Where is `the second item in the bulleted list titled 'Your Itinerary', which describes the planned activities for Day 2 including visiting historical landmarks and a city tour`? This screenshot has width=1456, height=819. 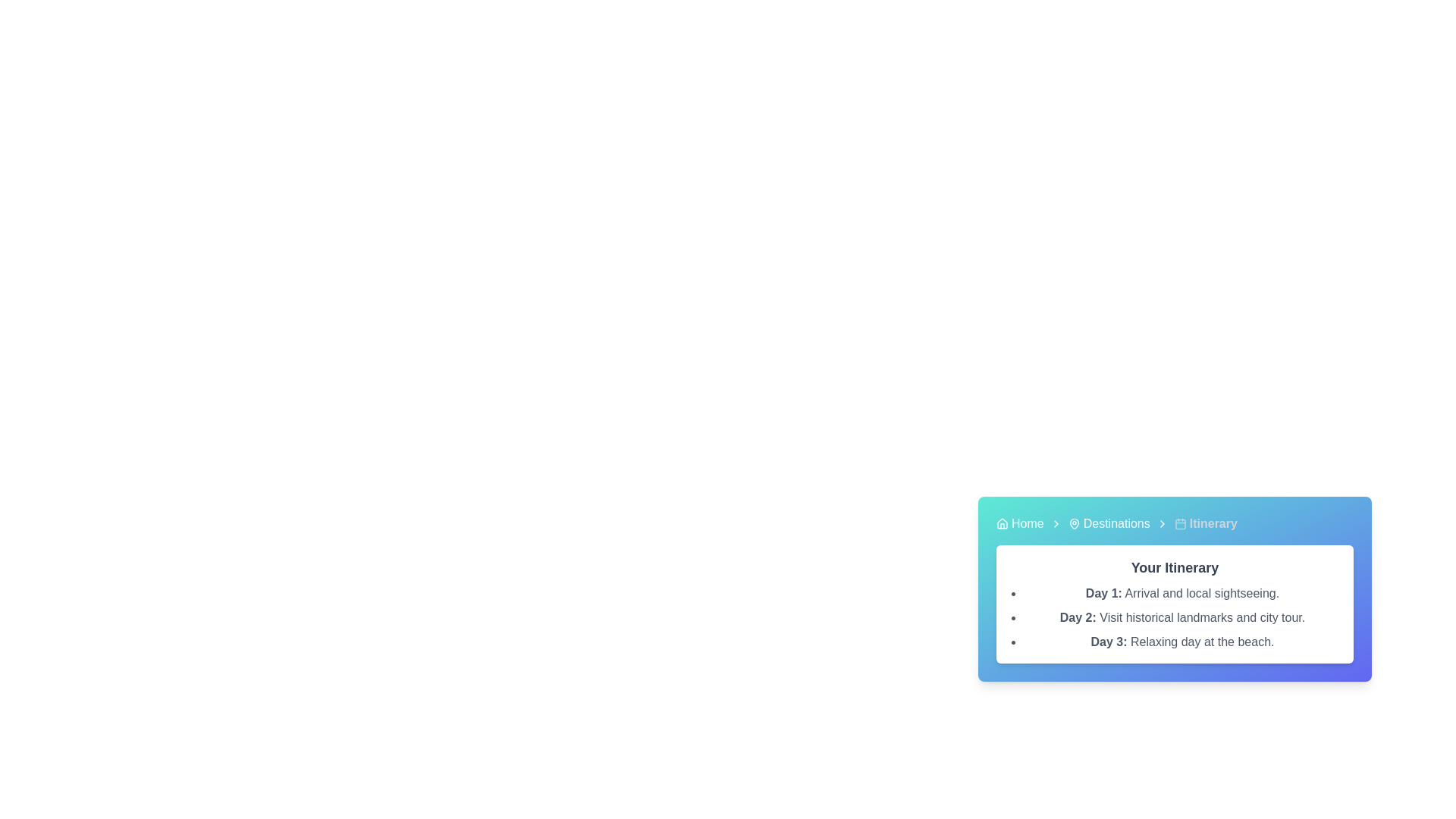
the second item in the bulleted list titled 'Your Itinerary', which describes the planned activities for Day 2 including visiting historical landmarks and a city tour is located at coordinates (1181, 617).